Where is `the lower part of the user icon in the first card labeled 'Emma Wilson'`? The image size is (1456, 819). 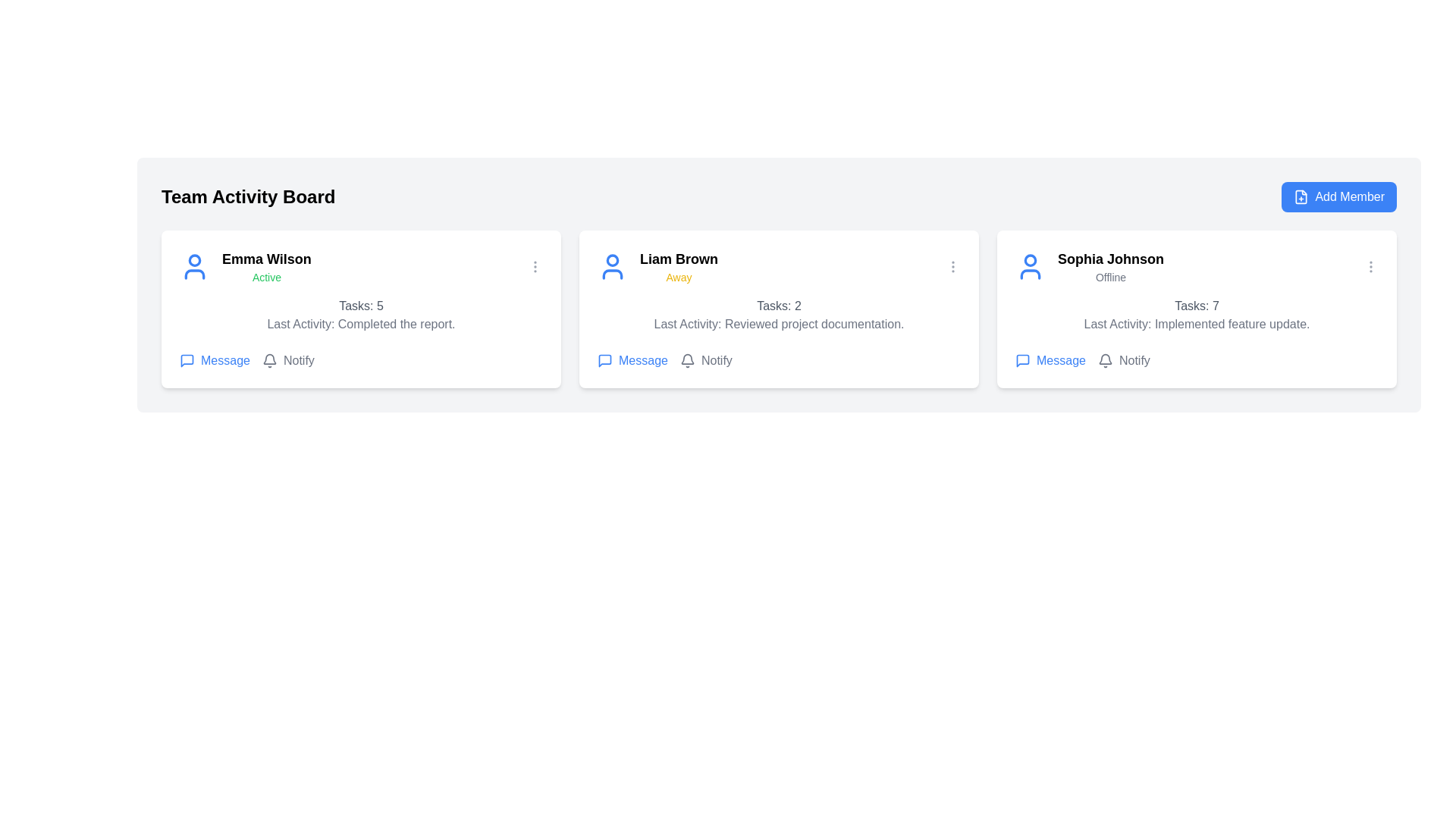 the lower part of the user icon in the first card labeled 'Emma Wilson' is located at coordinates (194, 275).